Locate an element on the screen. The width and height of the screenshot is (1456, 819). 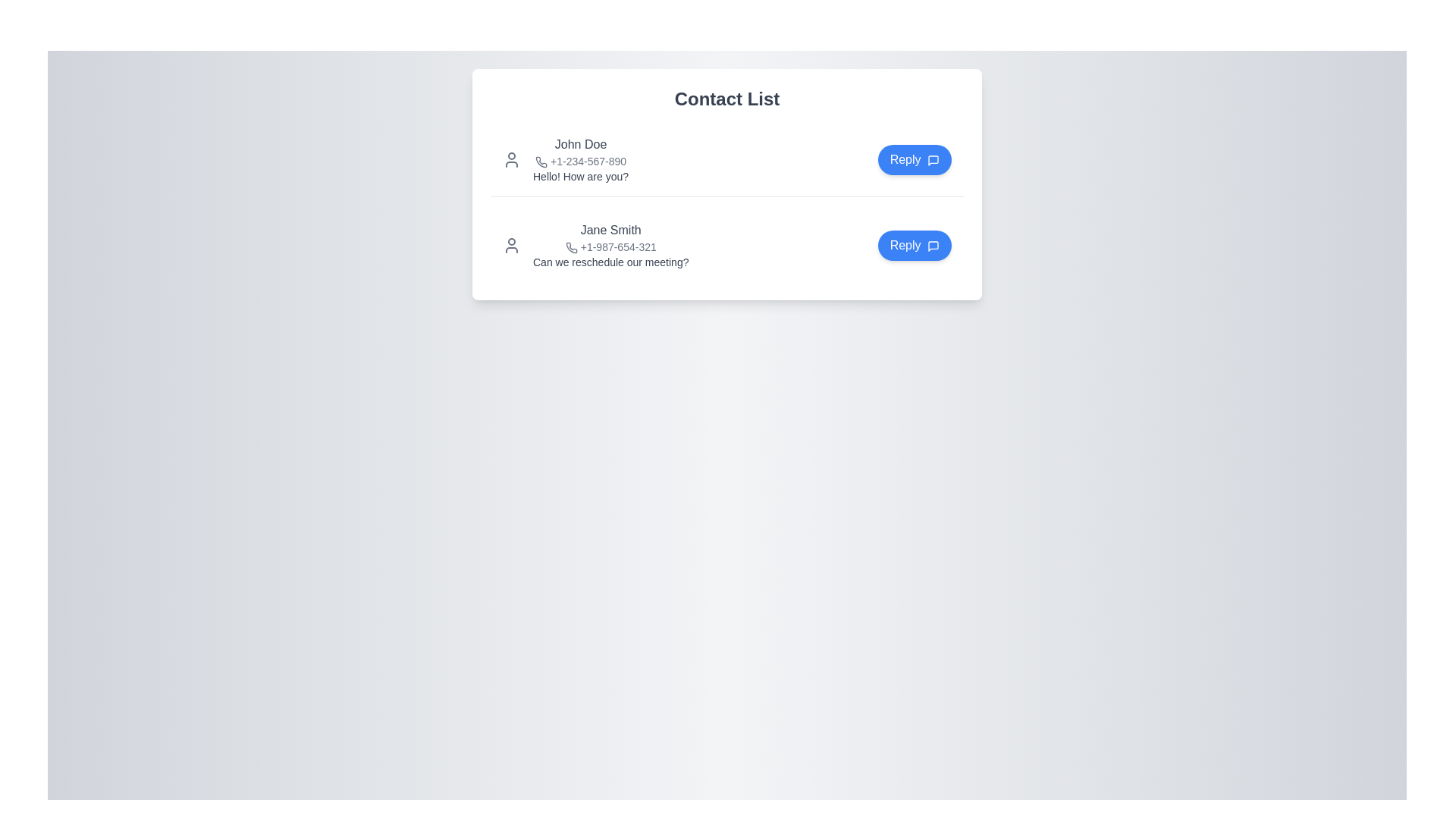
displayed information in the mixed-content display block containing contact details and a recent message for user 'John Doe', located in the first row of the contact list interface is located at coordinates (580, 160).